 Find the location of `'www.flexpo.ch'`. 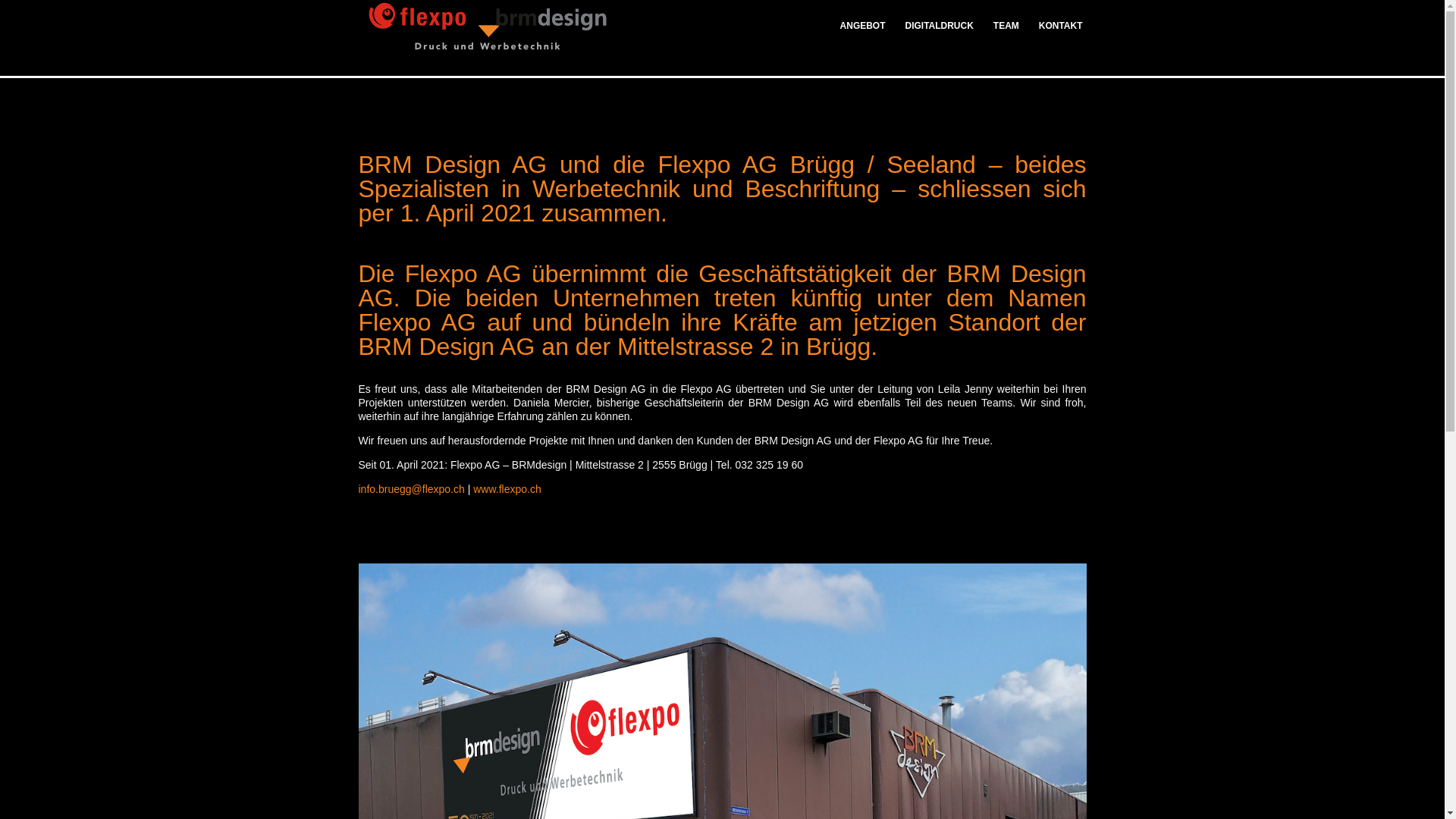

'www.flexpo.ch' is located at coordinates (507, 488).